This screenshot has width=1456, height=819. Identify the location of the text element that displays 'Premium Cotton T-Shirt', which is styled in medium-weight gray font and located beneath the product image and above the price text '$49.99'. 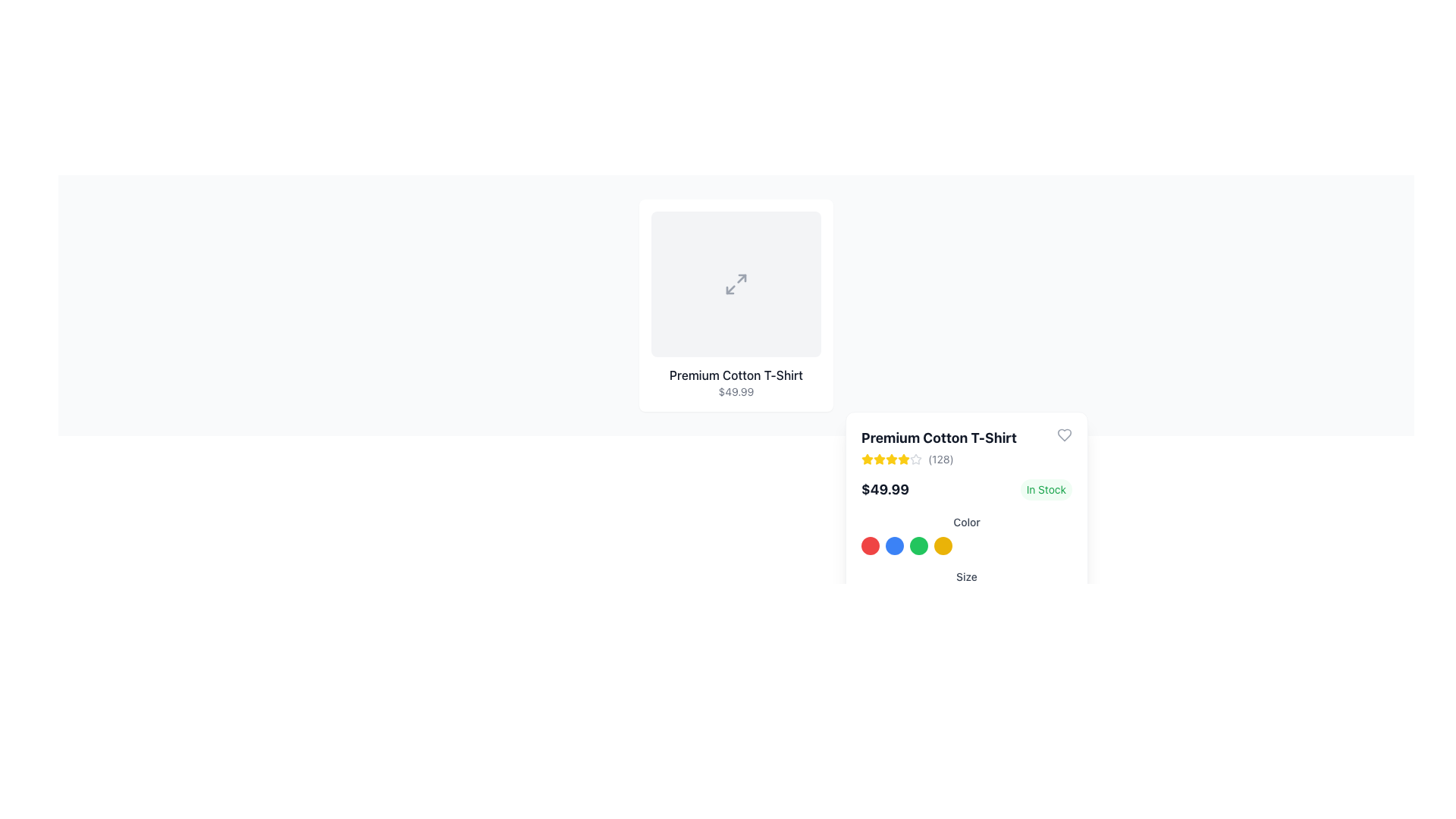
(736, 375).